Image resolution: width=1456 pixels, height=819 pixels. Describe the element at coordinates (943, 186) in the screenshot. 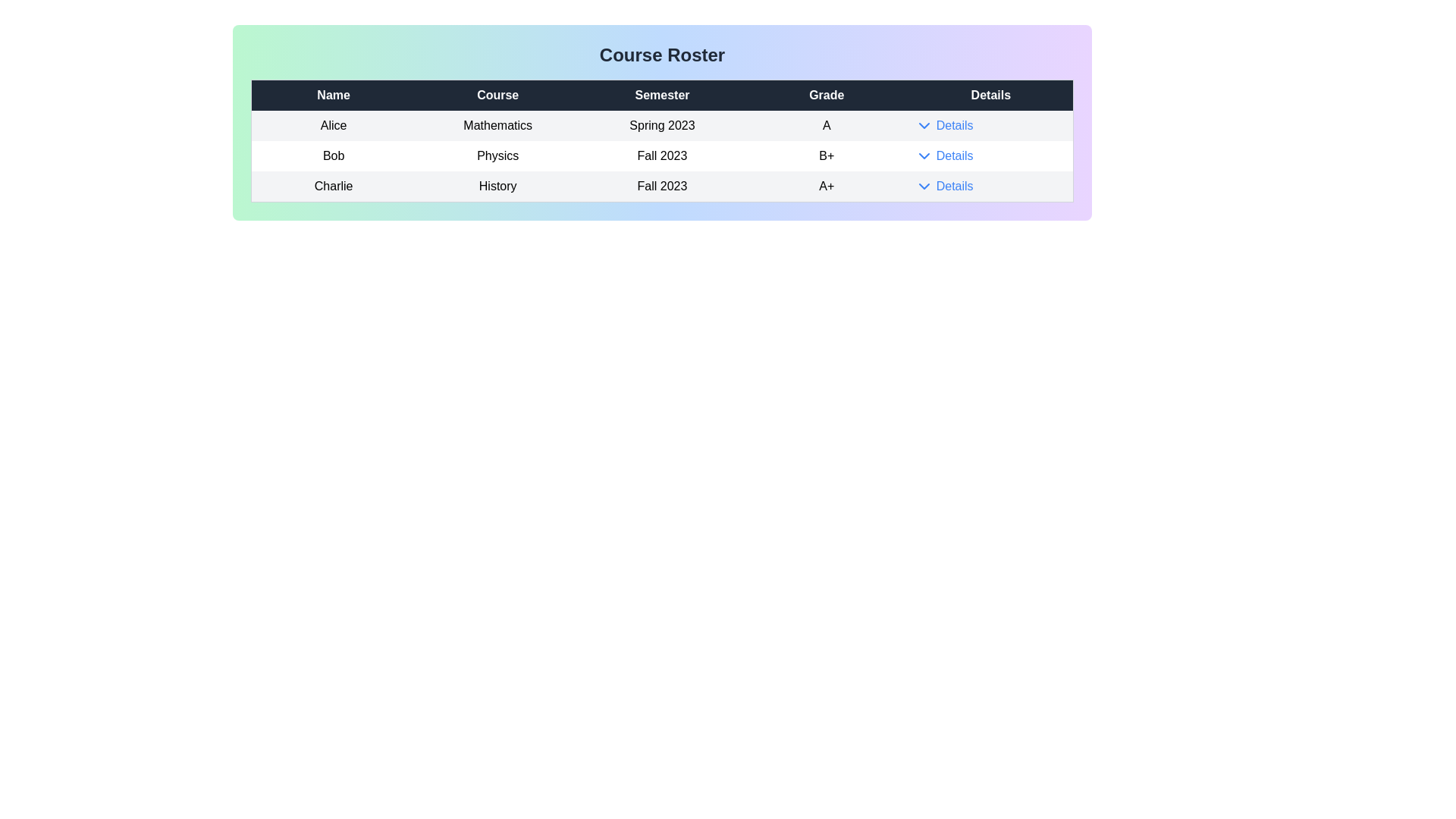

I see `the 'Details' hyperlink` at that location.